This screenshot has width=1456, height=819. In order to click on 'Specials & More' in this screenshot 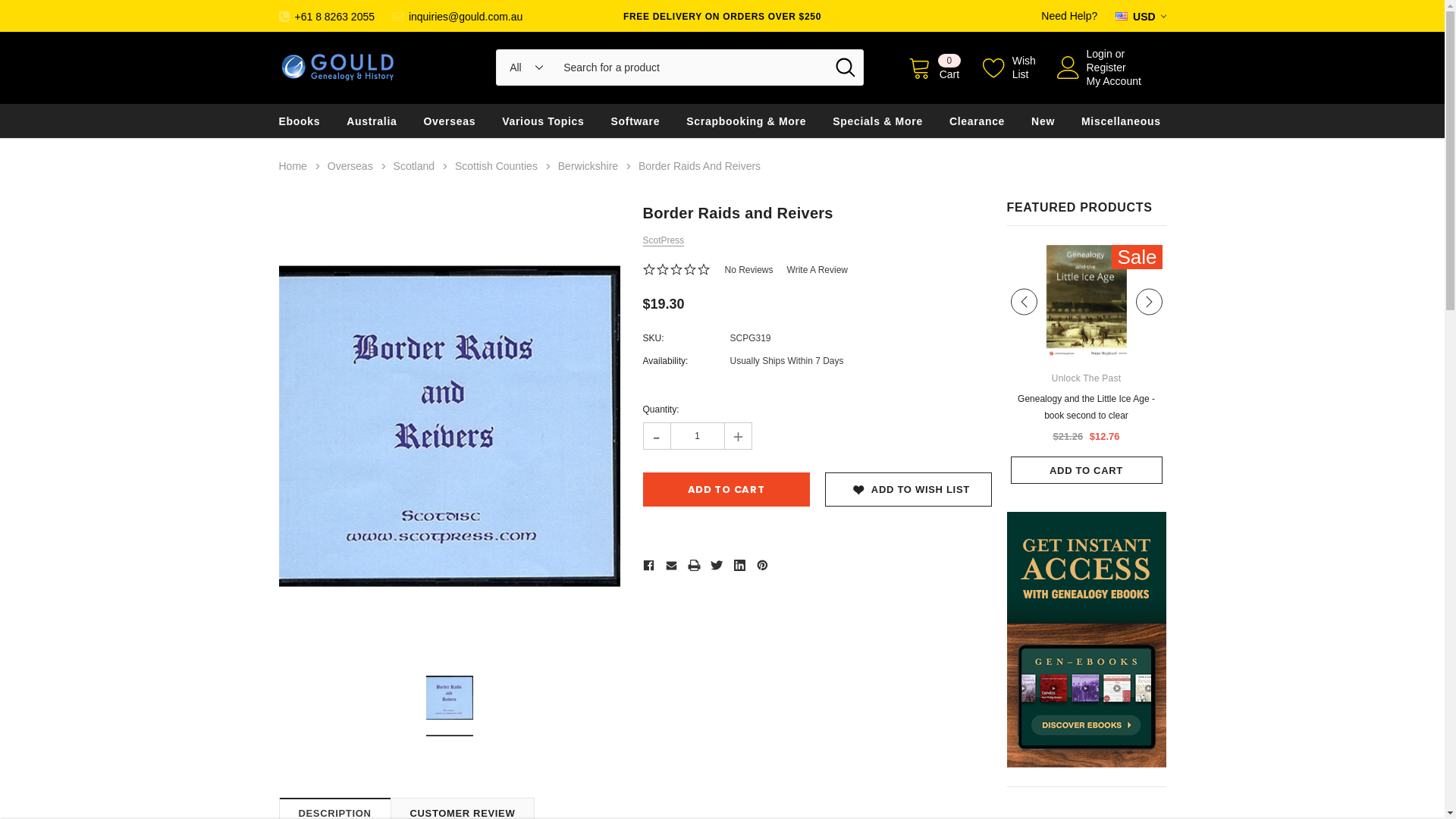, I will do `click(877, 120)`.